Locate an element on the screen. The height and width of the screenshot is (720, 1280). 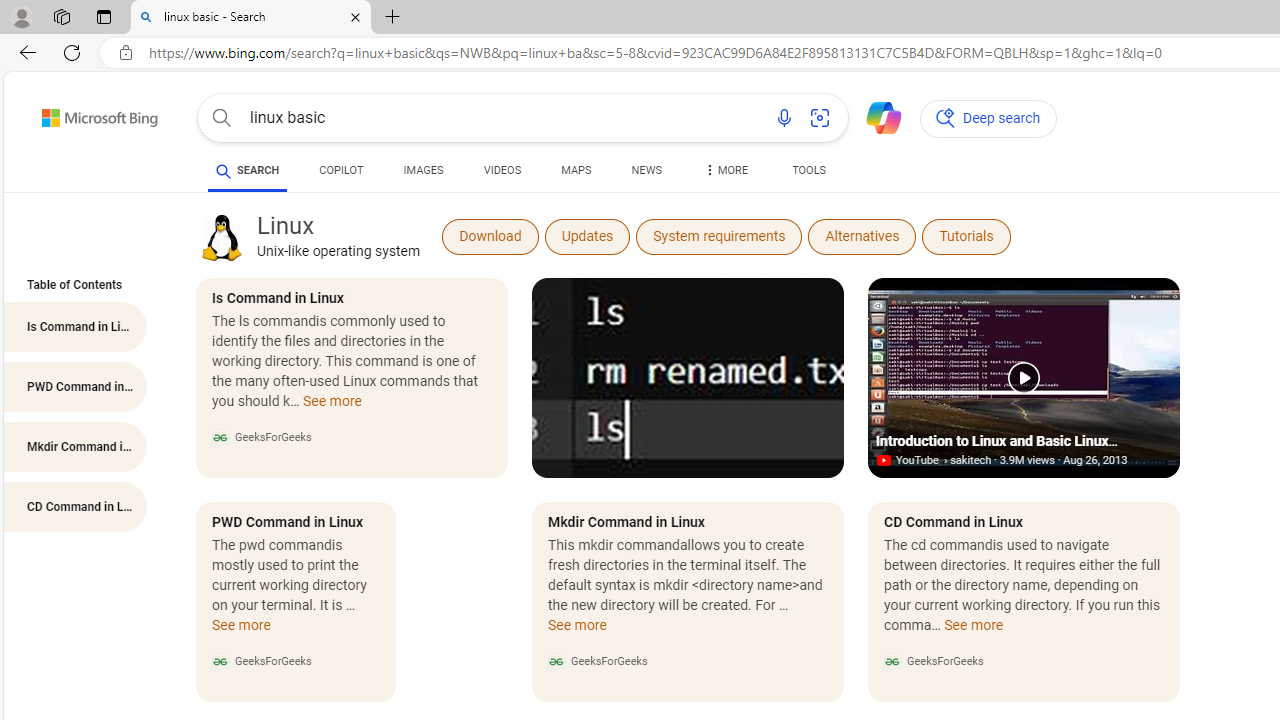
'Alternatives' is located at coordinates (862, 235).